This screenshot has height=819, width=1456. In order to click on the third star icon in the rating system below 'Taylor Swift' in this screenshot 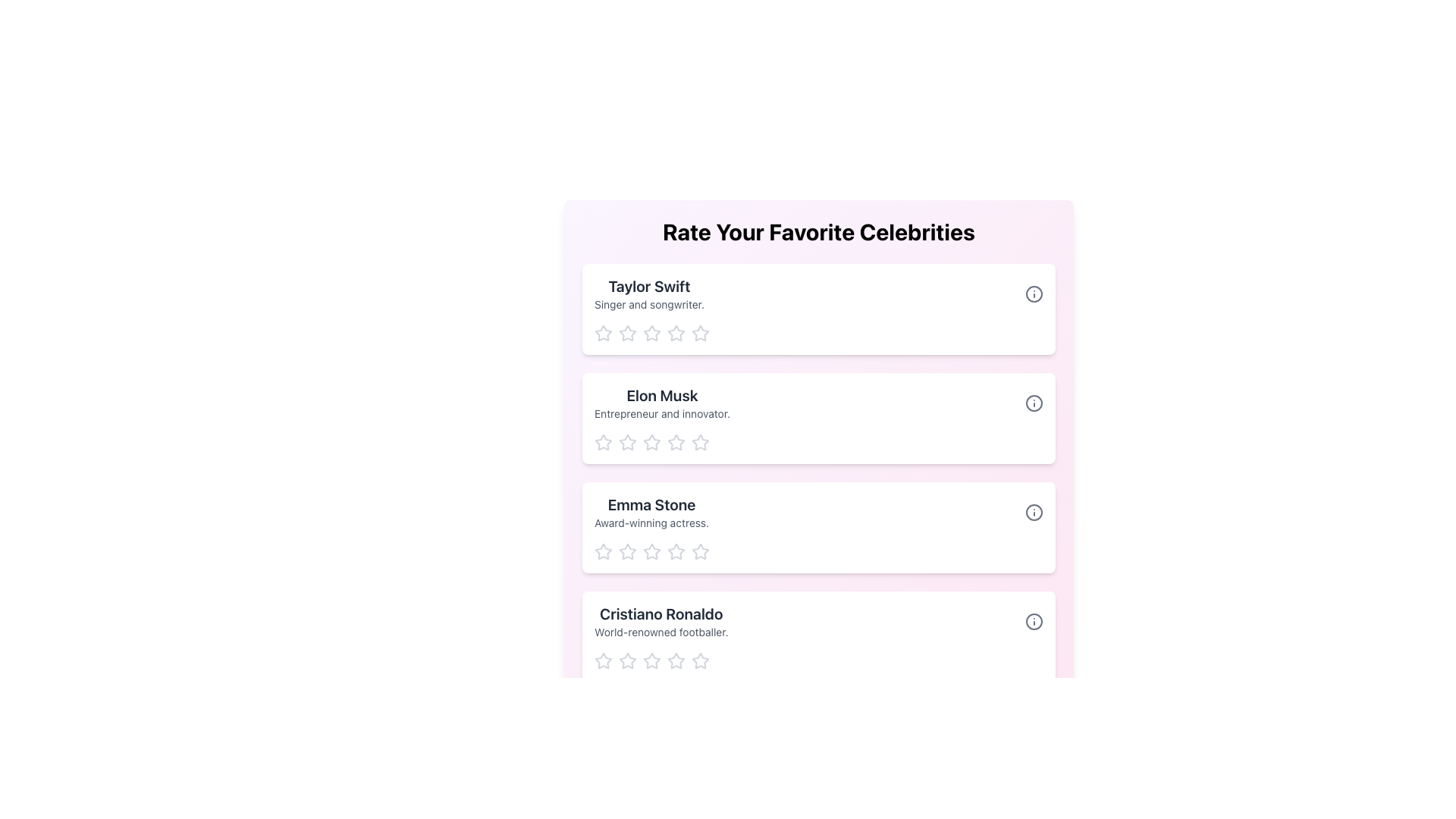, I will do `click(700, 332)`.